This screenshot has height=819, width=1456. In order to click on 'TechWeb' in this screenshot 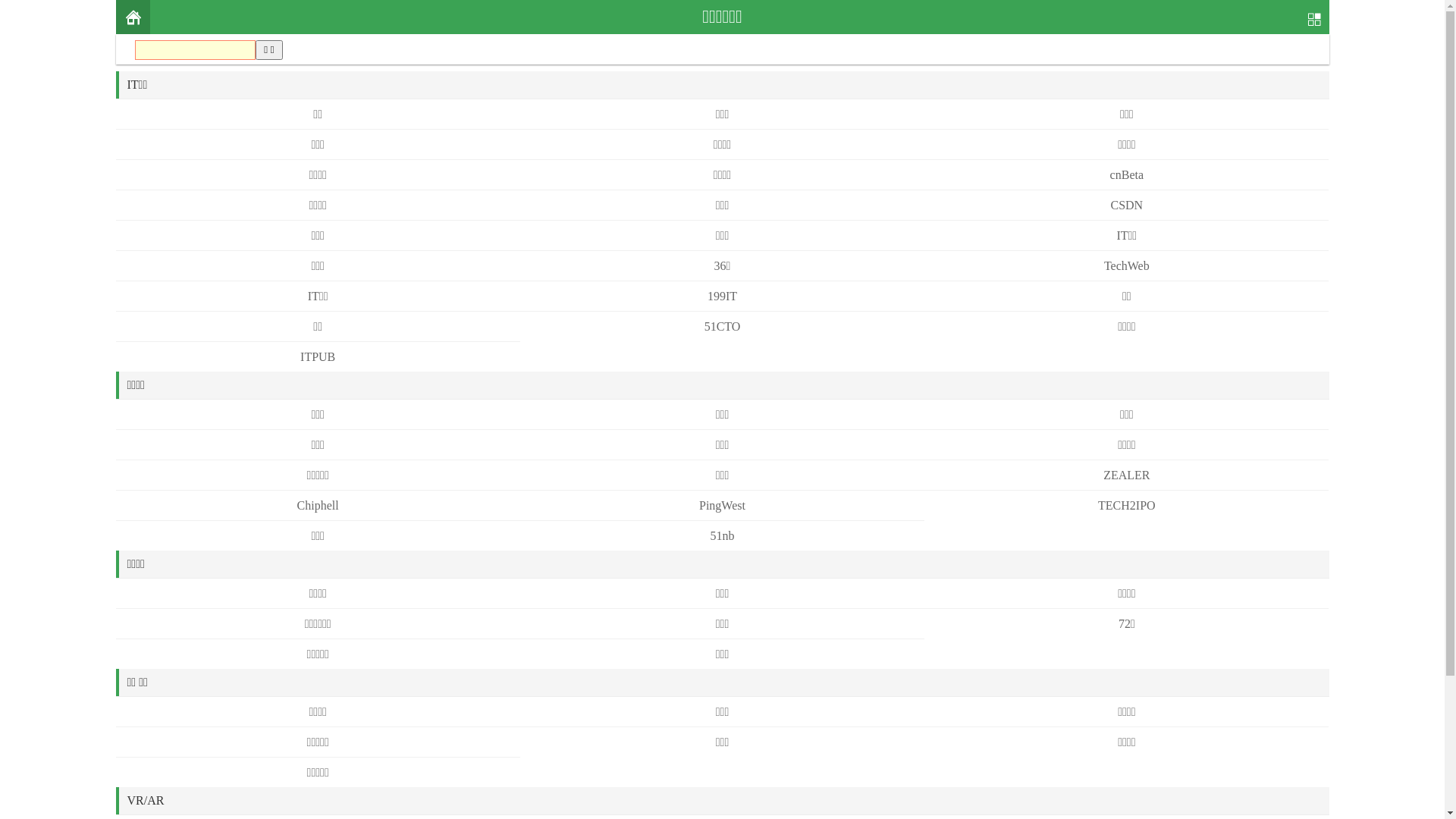, I will do `click(1127, 265)`.